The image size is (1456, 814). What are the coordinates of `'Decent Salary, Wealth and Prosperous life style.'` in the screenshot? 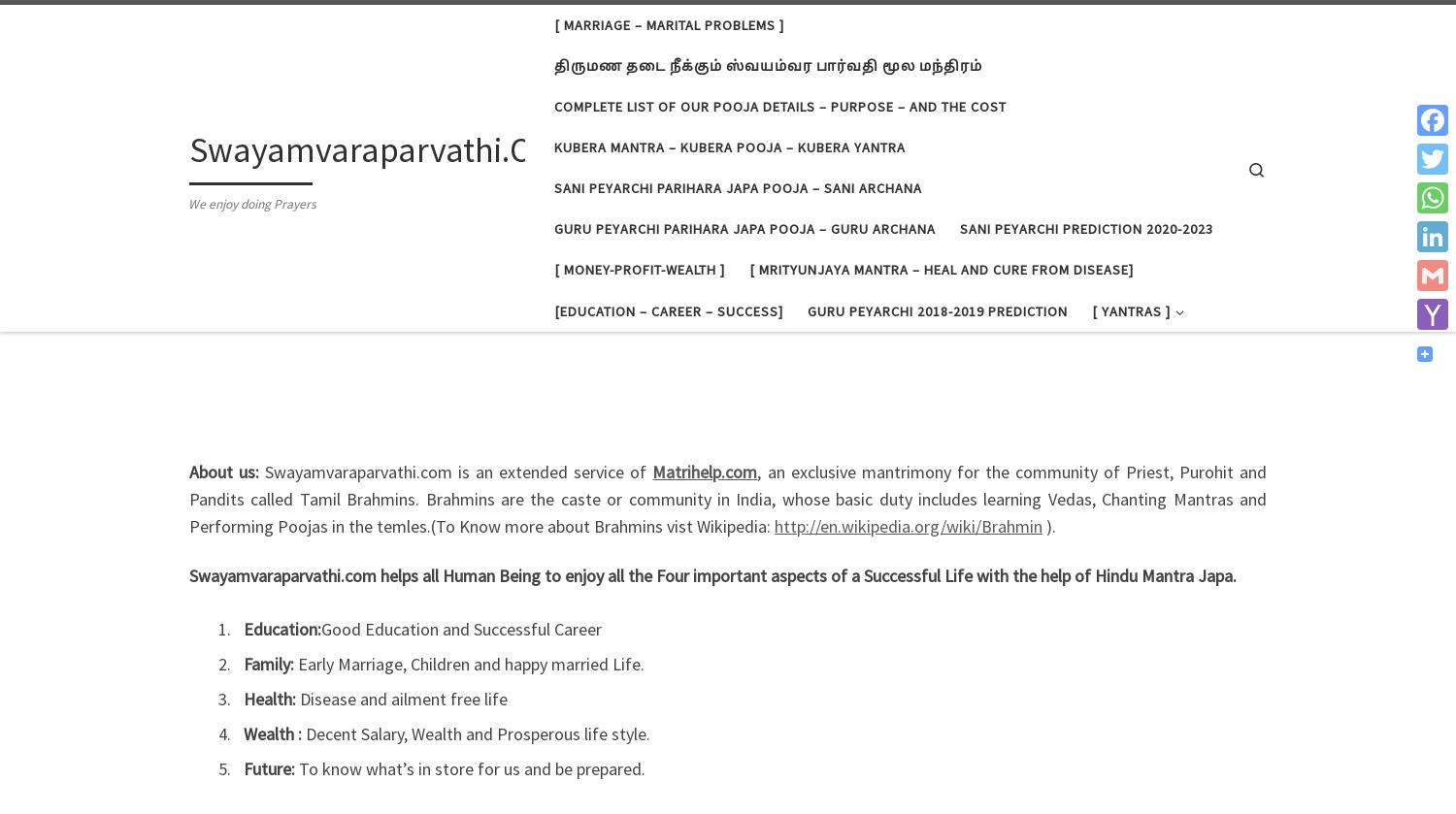 It's located at (477, 733).